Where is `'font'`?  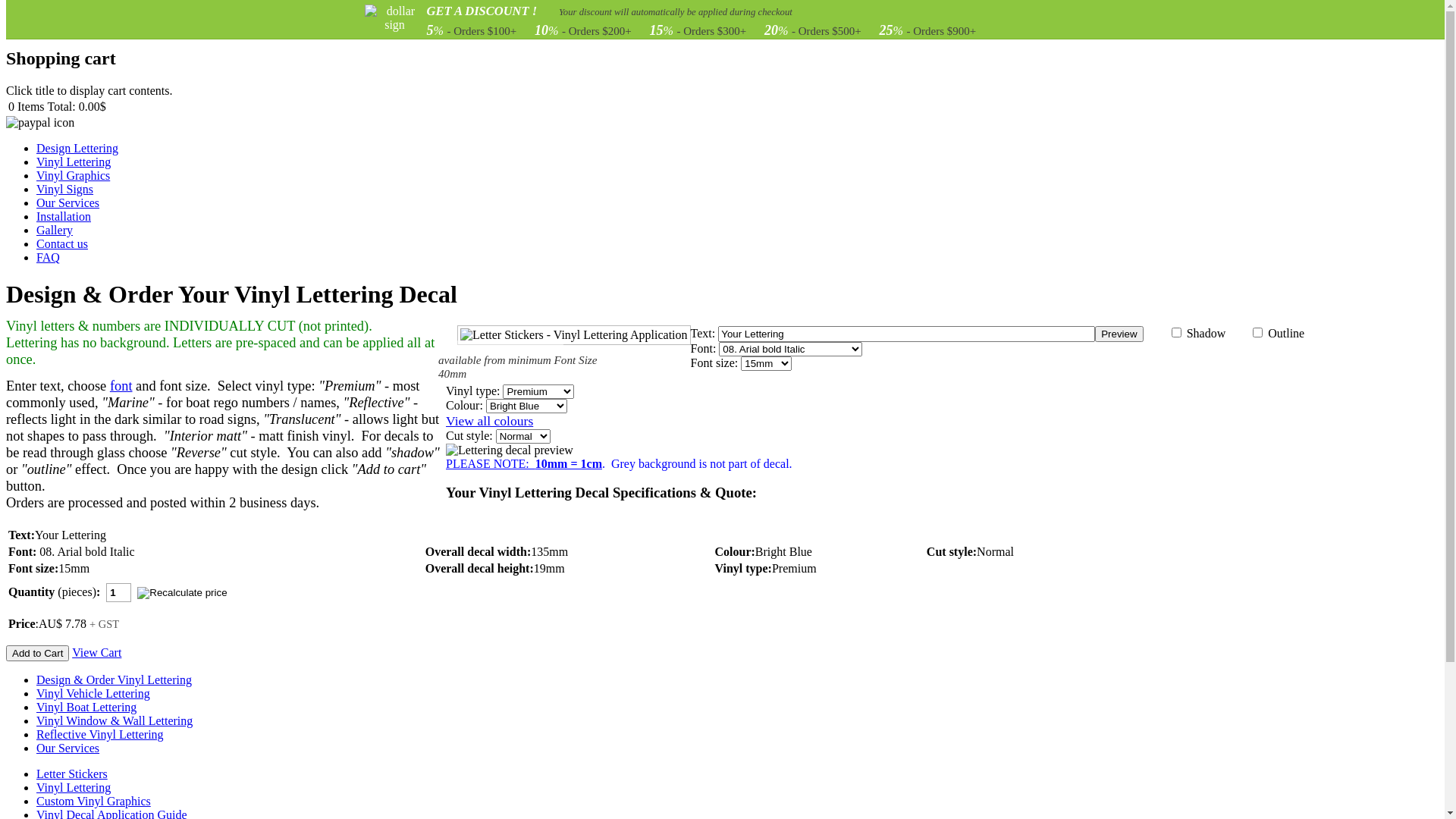 'font' is located at coordinates (120, 385).